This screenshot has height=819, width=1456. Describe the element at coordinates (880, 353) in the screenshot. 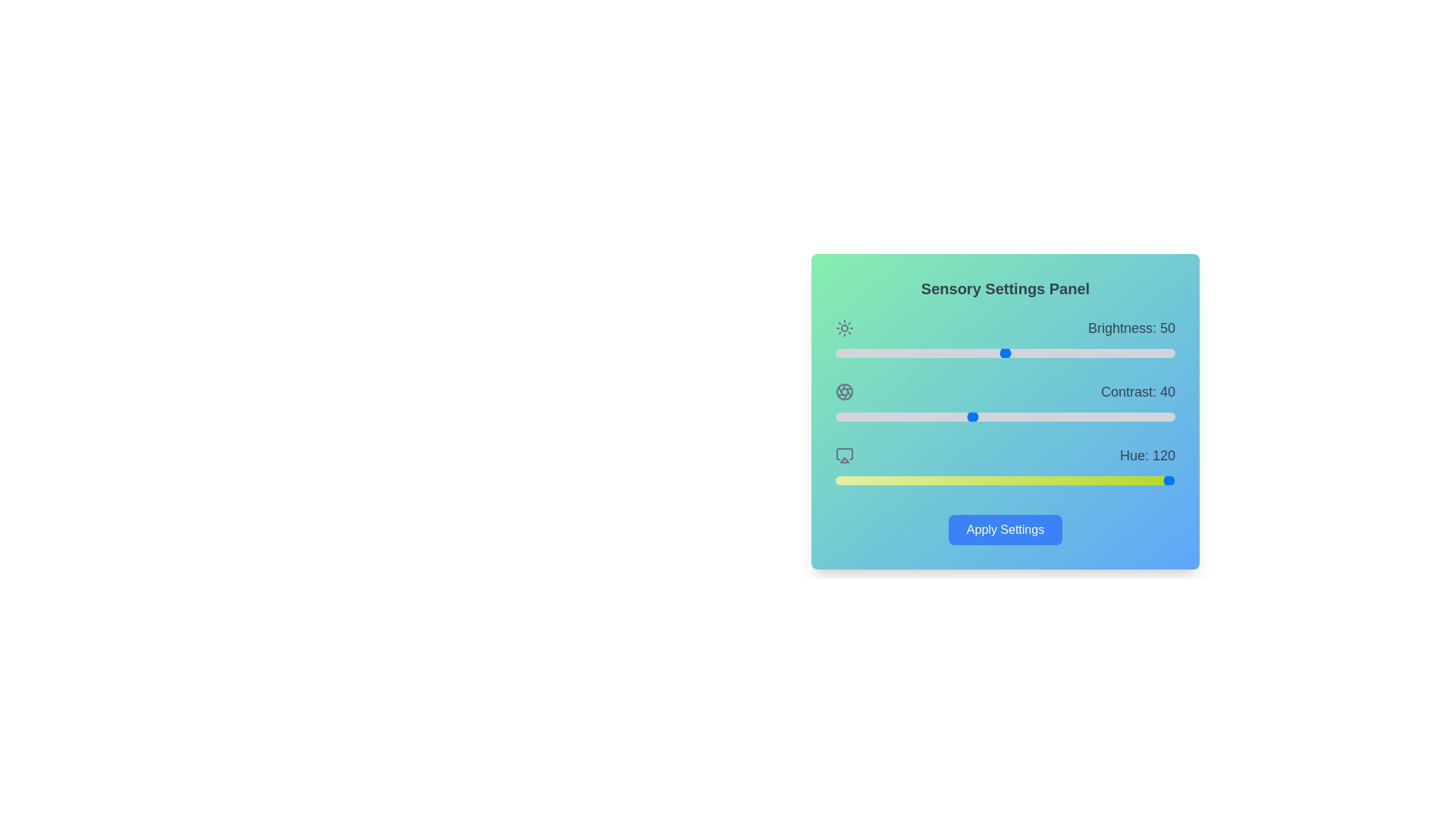

I see `the brightness slider to 13 percent` at that location.